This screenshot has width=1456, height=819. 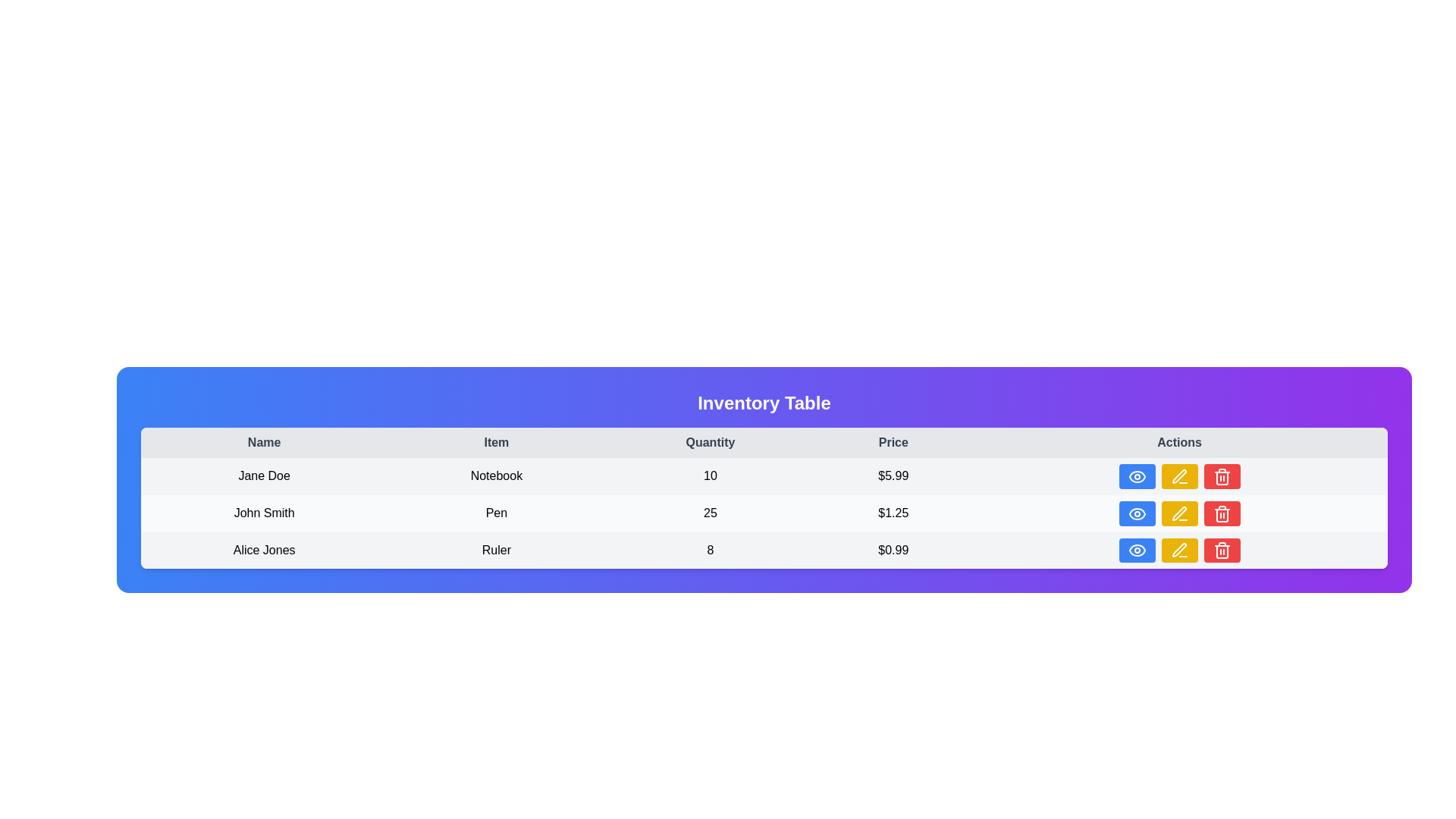 I want to click on the 'Item' text label, which is the second header in the table, displayed in bold medium gray on a light gray background, so click(x=496, y=442).